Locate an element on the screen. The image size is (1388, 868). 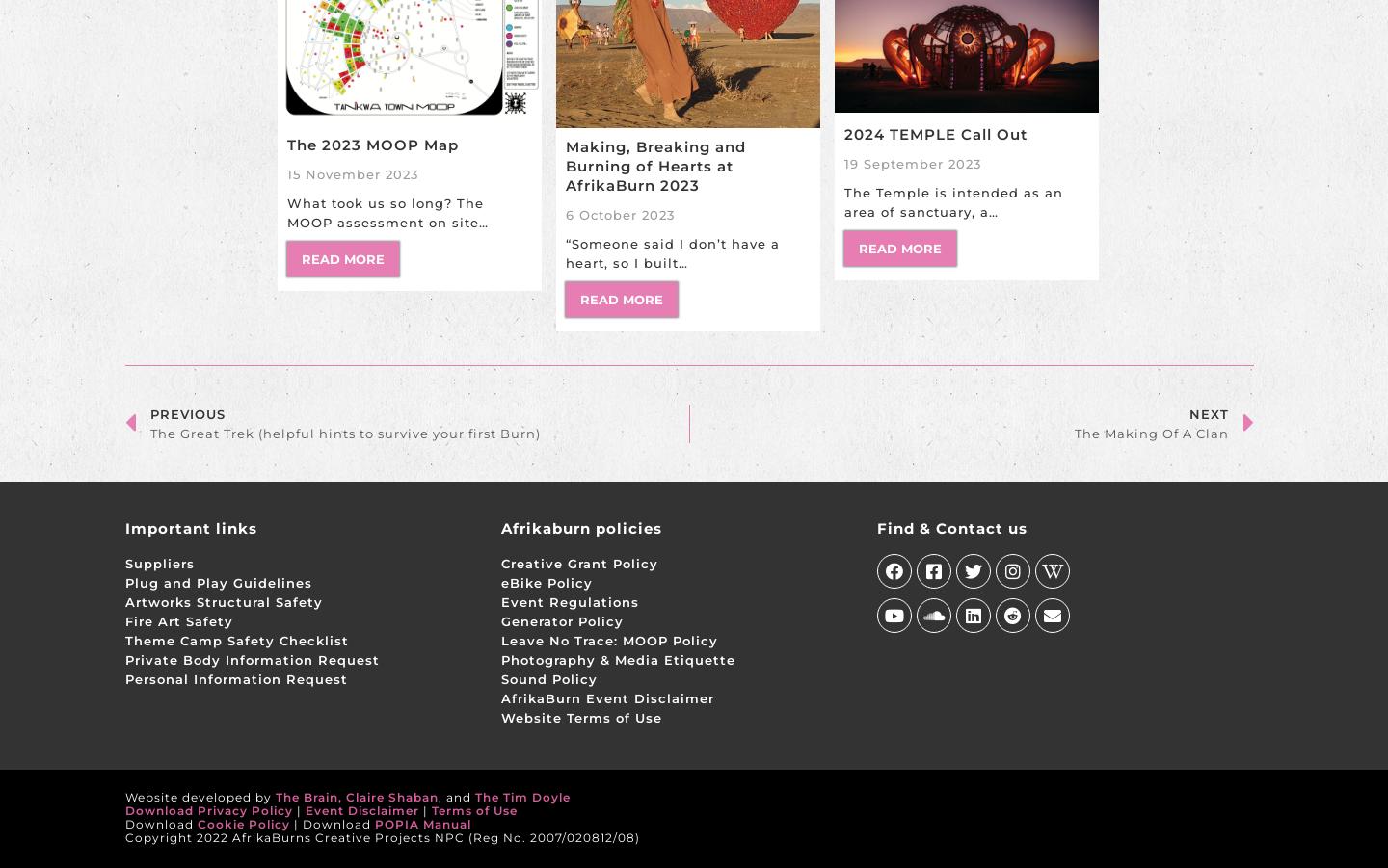
'Terms of Use' is located at coordinates (472, 810).